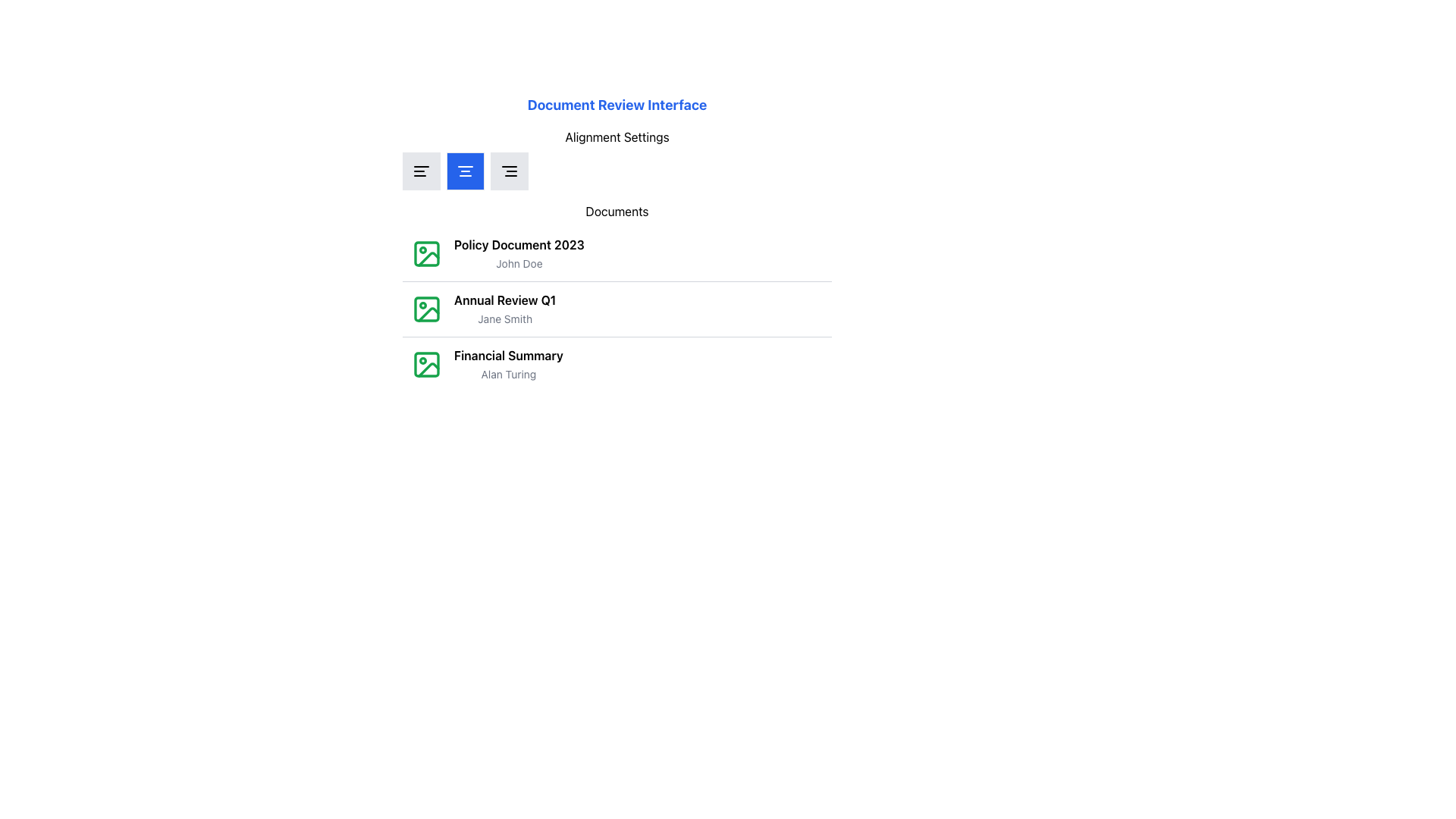 Image resolution: width=1456 pixels, height=819 pixels. What do you see at coordinates (617, 104) in the screenshot?
I see `the text label that serves as the title for the page or section, located at the top of the content area above the 'Alignment Settings' heading` at bounding box center [617, 104].